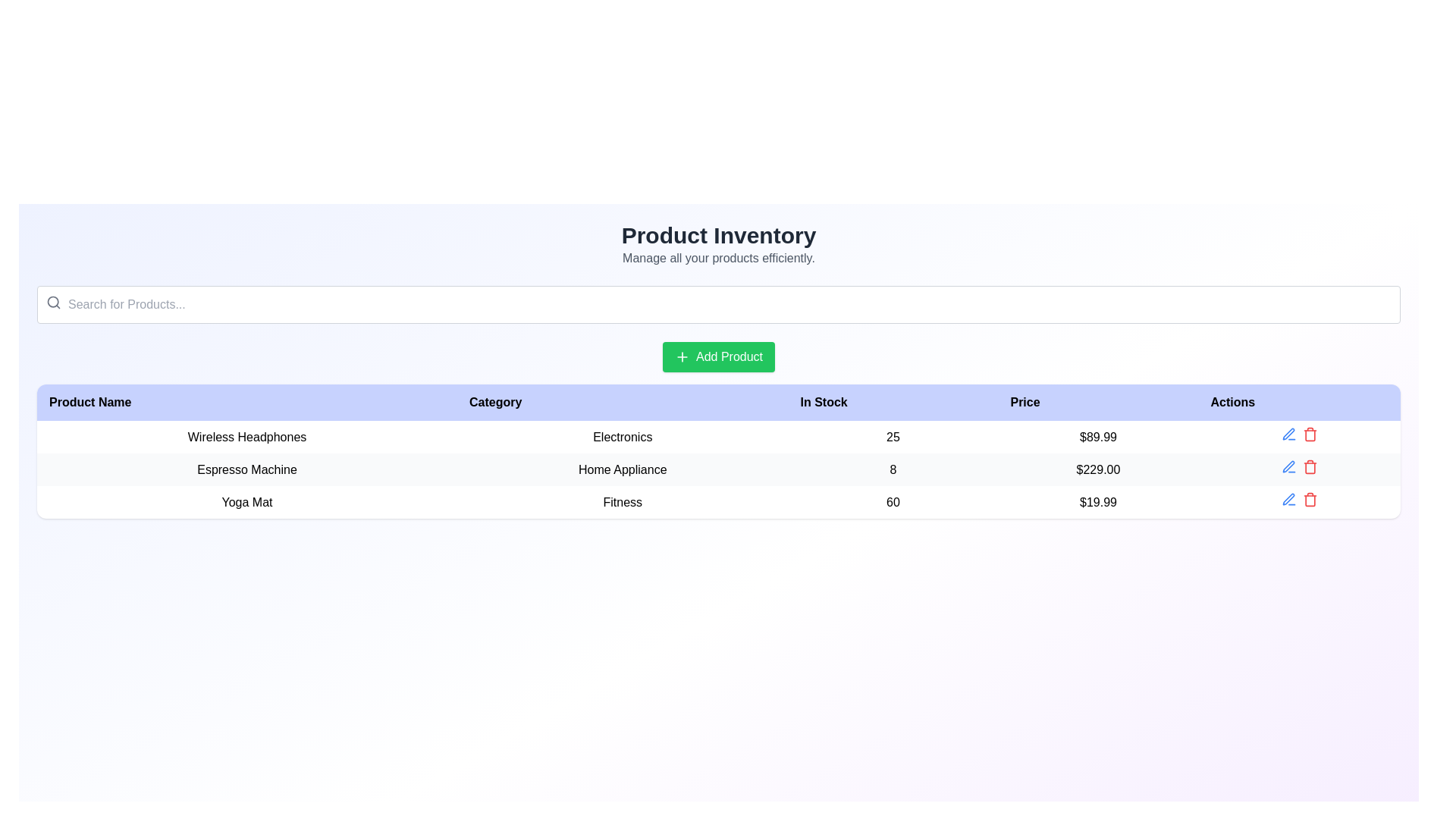 The height and width of the screenshot is (819, 1456). I want to click on the 'Edit' action button associated with the 'Espresso Machine' product in the second row of the table to initiate edit, so click(1288, 435).